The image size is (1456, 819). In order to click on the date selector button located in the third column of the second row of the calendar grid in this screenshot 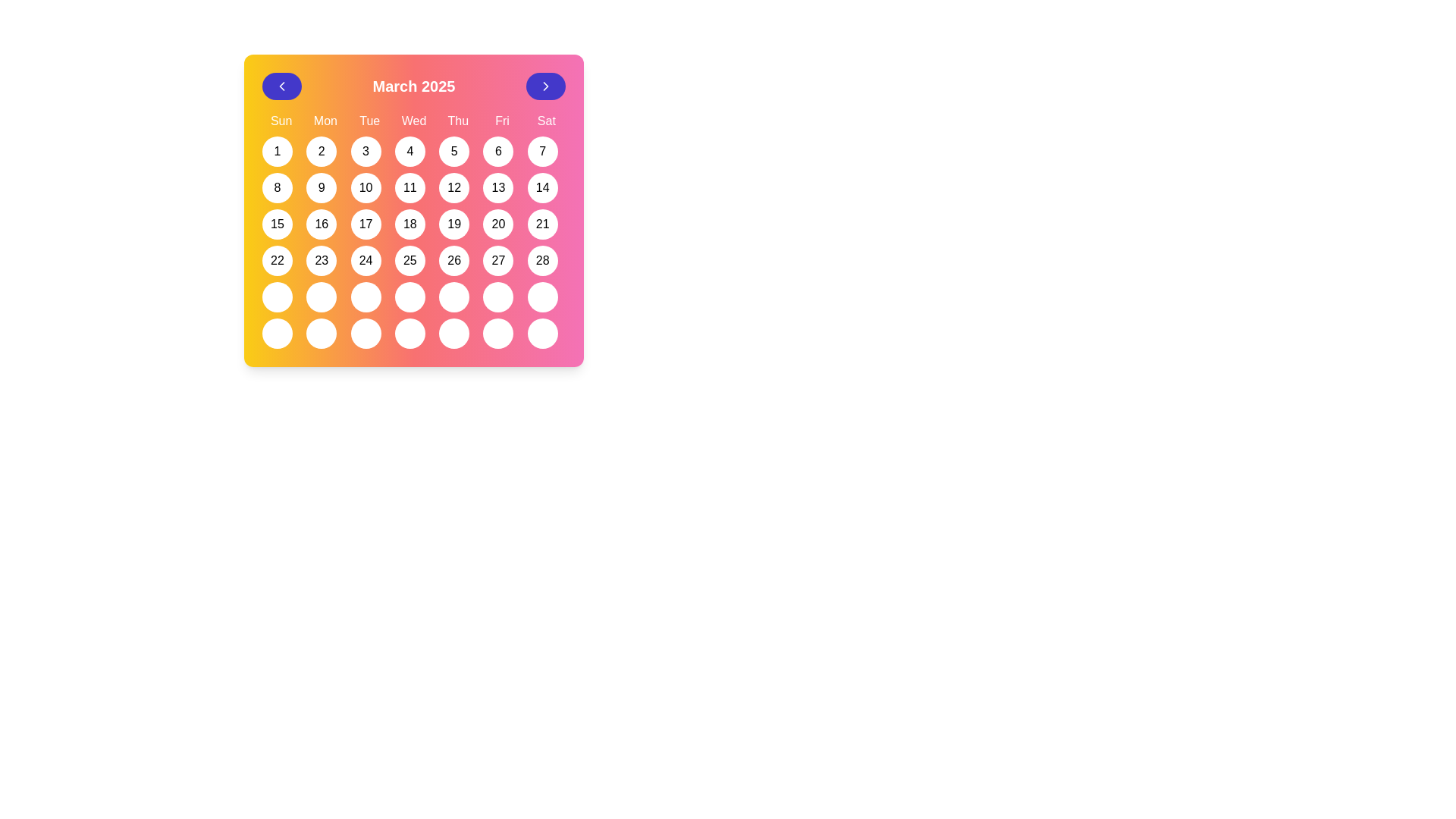, I will do `click(321, 187)`.